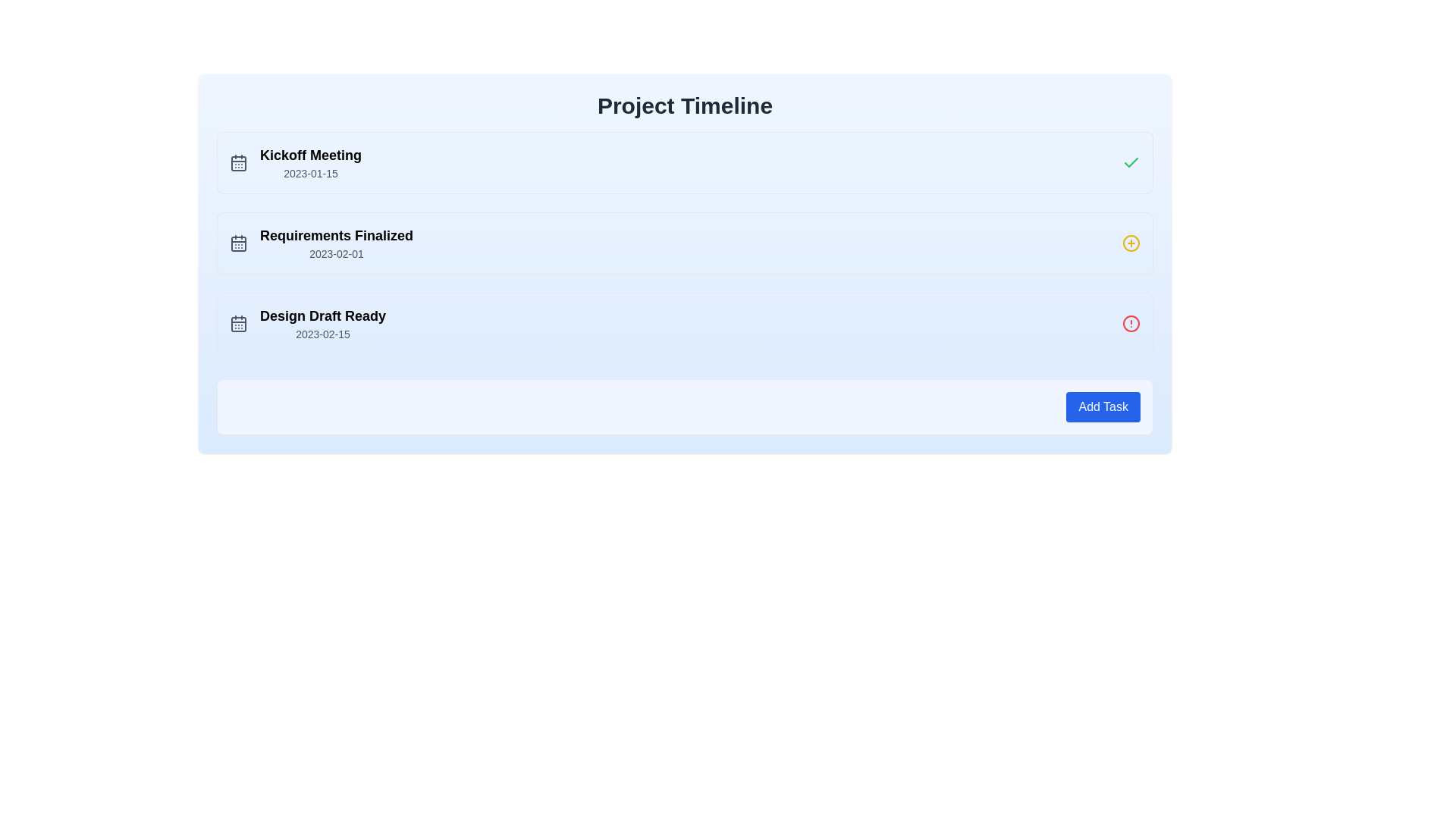 Image resolution: width=1456 pixels, height=819 pixels. Describe the element at coordinates (295, 163) in the screenshot. I see `the List item representing the 'Kickoff Meeting' scheduled for '2023-01-15' in the vertical timeline under 'Project Timeline'` at that location.